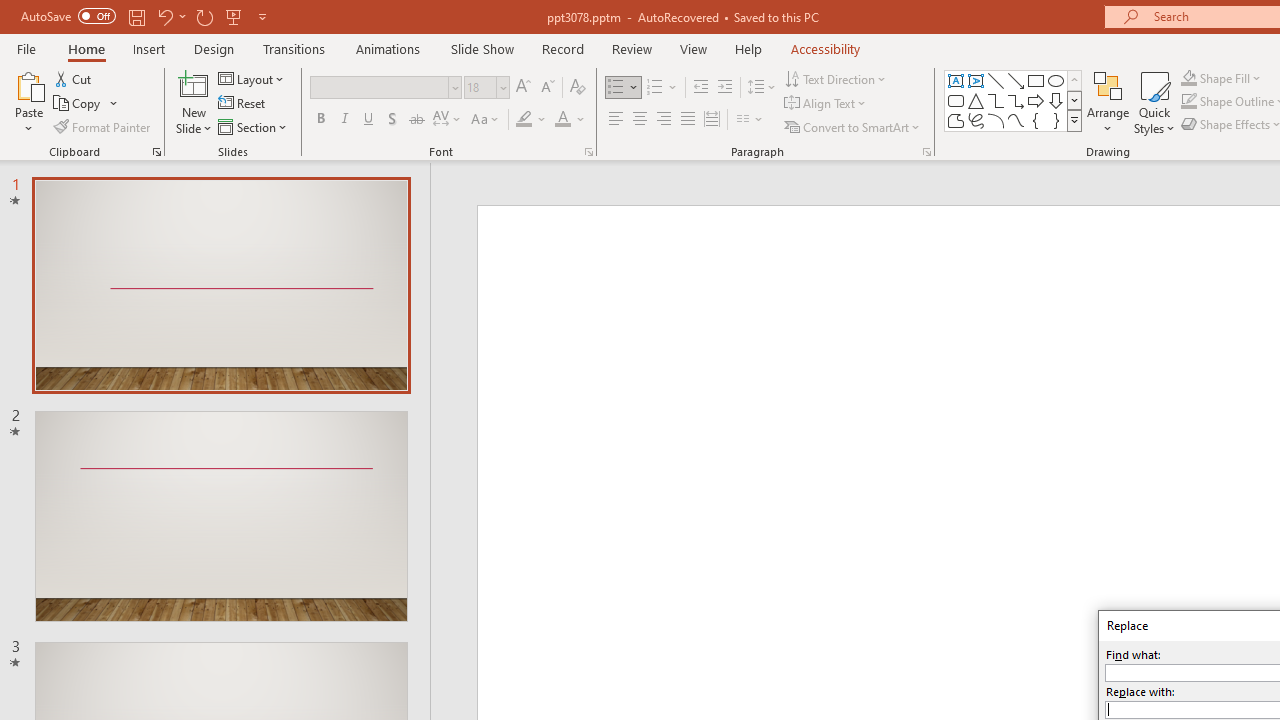 This screenshot has width=1280, height=720. Describe the element at coordinates (486, 86) in the screenshot. I see `'Font Size'` at that location.